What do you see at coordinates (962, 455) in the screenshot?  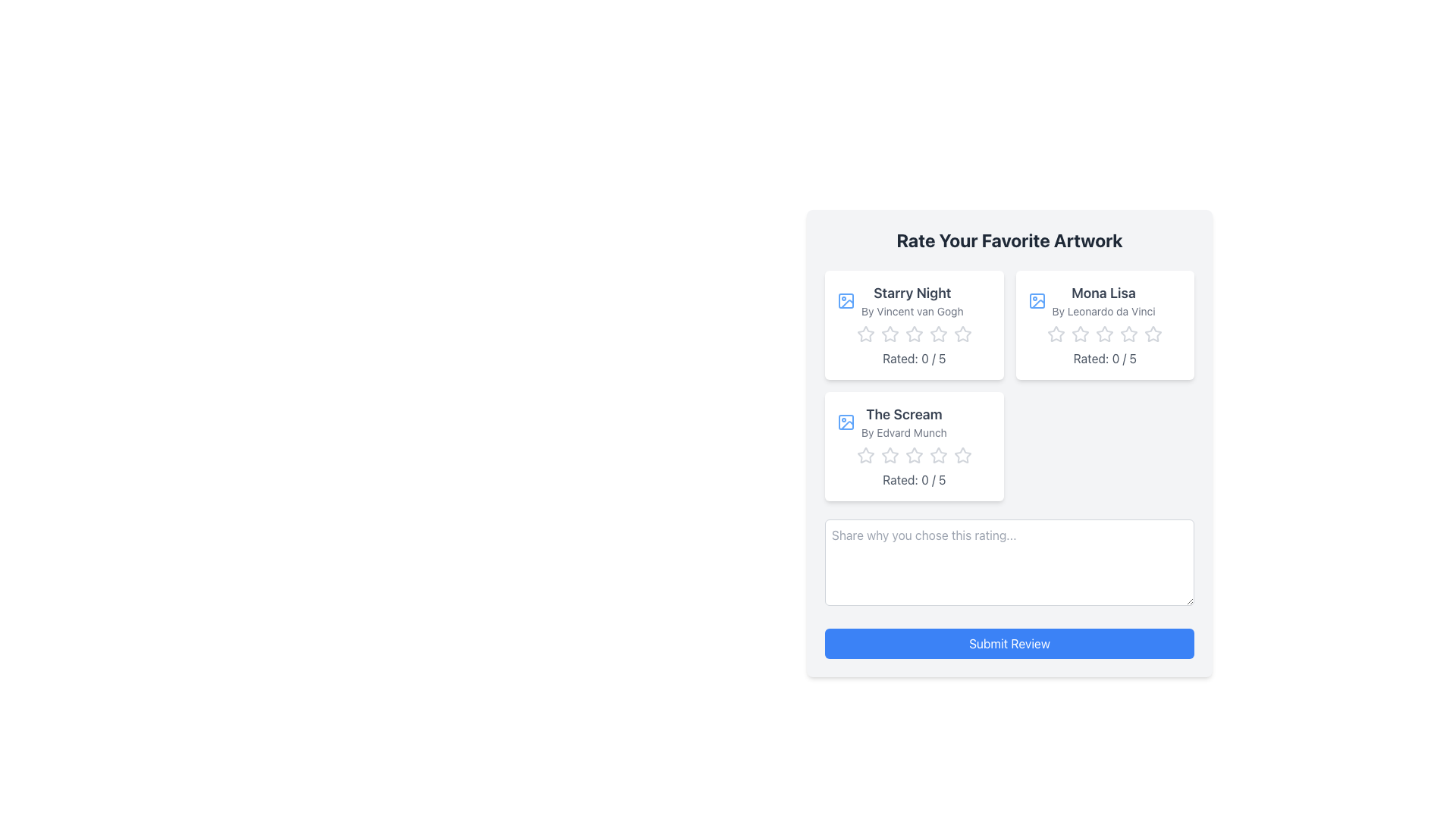 I see `the fifth star in the star rating component` at bounding box center [962, 455].